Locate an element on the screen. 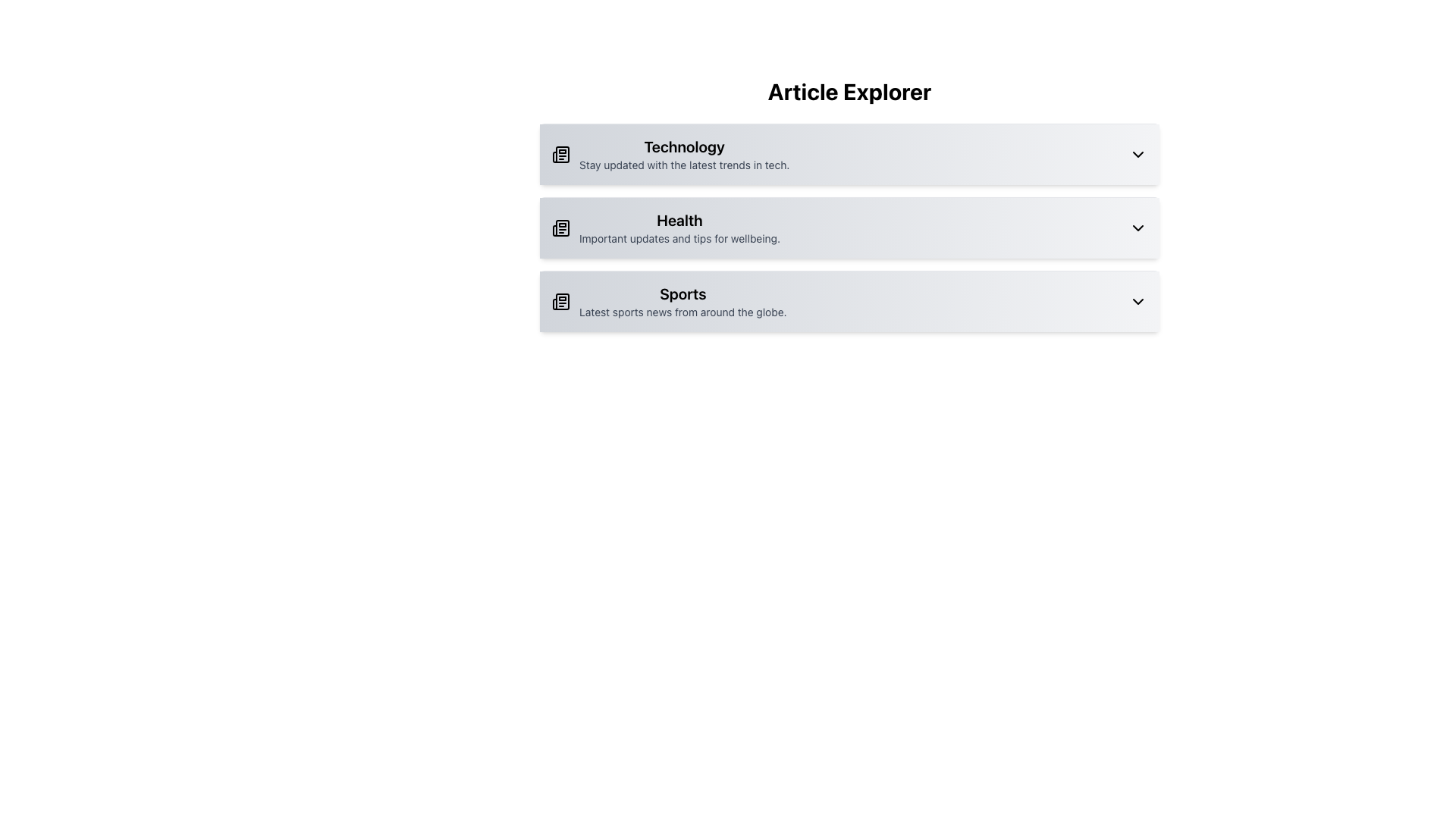 The image size is (1456, 819). the second item in the list, labeled as the Text Block for health and wellbeing updates is located at coordinates (679, 227).